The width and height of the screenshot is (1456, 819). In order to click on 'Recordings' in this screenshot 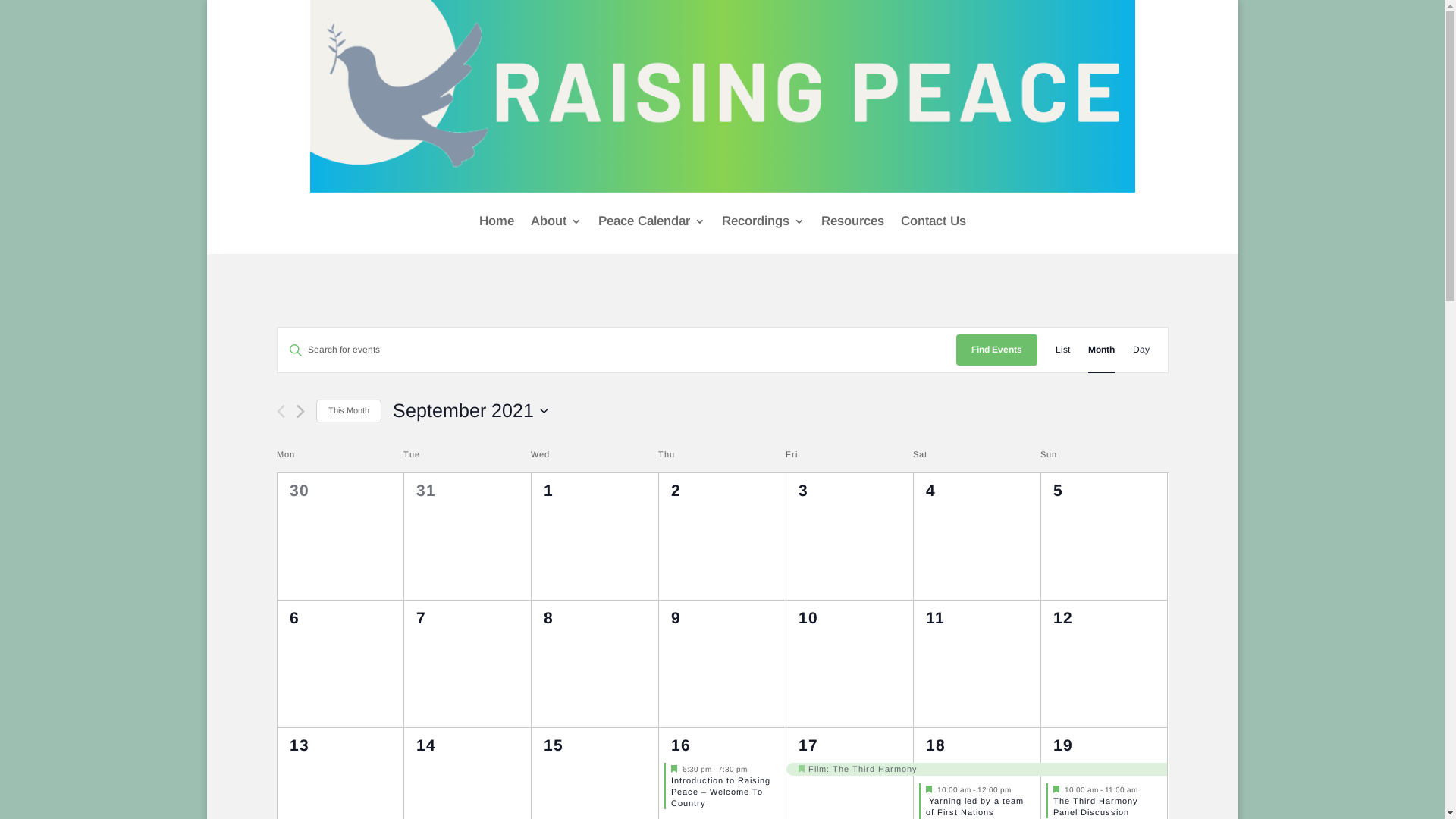, I will do `click(763, 221)`.